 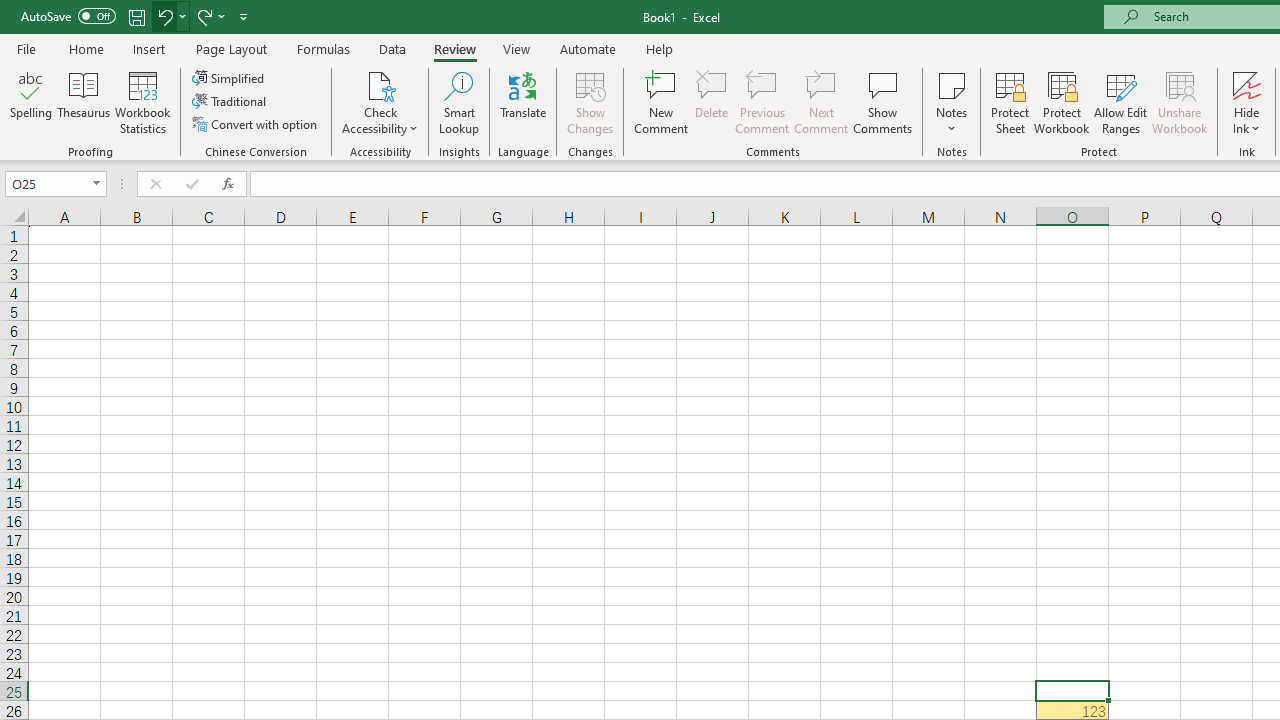 I want to click on 'Spelling...', so click(x=31, y=103).